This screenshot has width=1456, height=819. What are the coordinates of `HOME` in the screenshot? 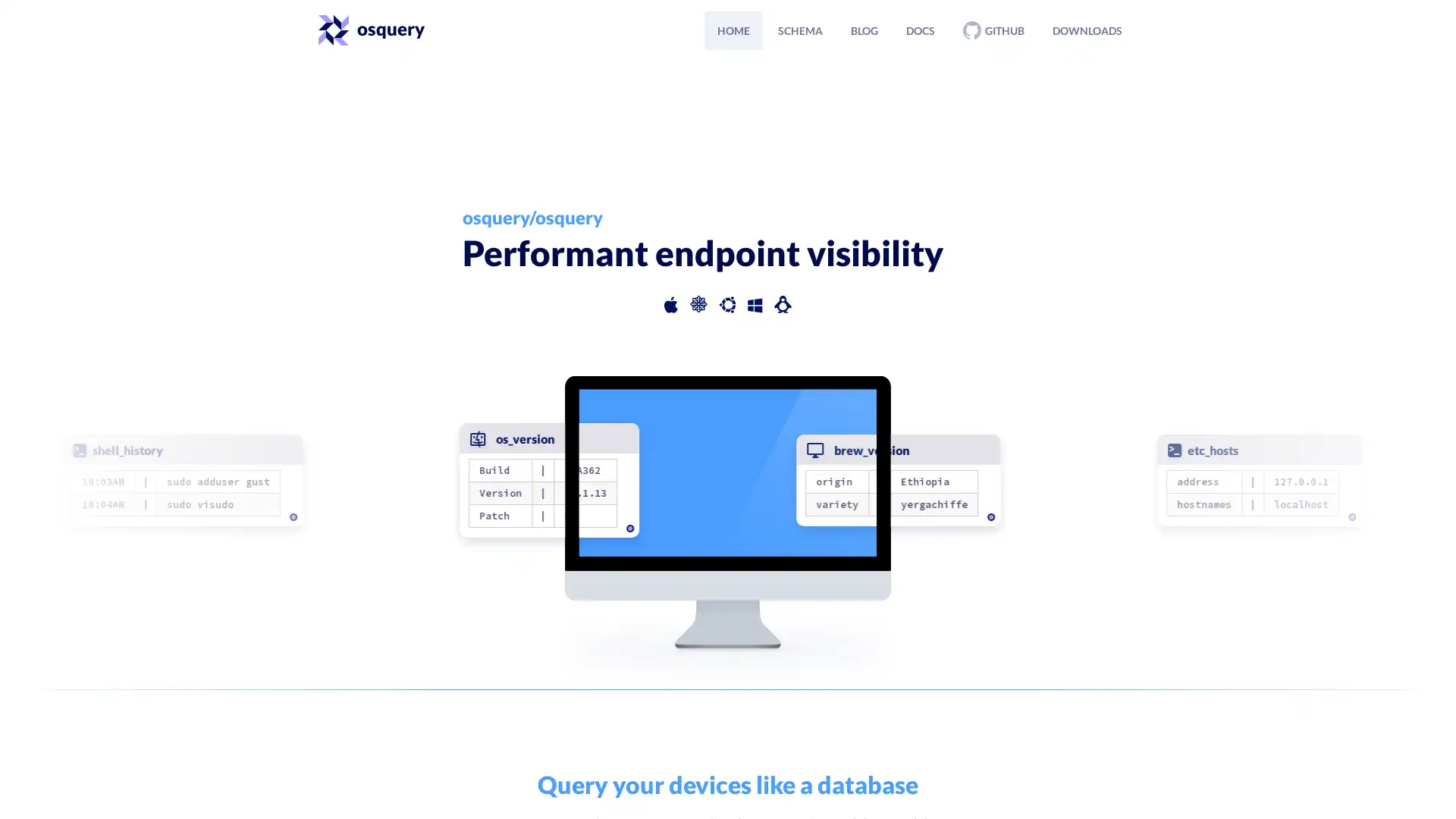 It's located at (733, 30).